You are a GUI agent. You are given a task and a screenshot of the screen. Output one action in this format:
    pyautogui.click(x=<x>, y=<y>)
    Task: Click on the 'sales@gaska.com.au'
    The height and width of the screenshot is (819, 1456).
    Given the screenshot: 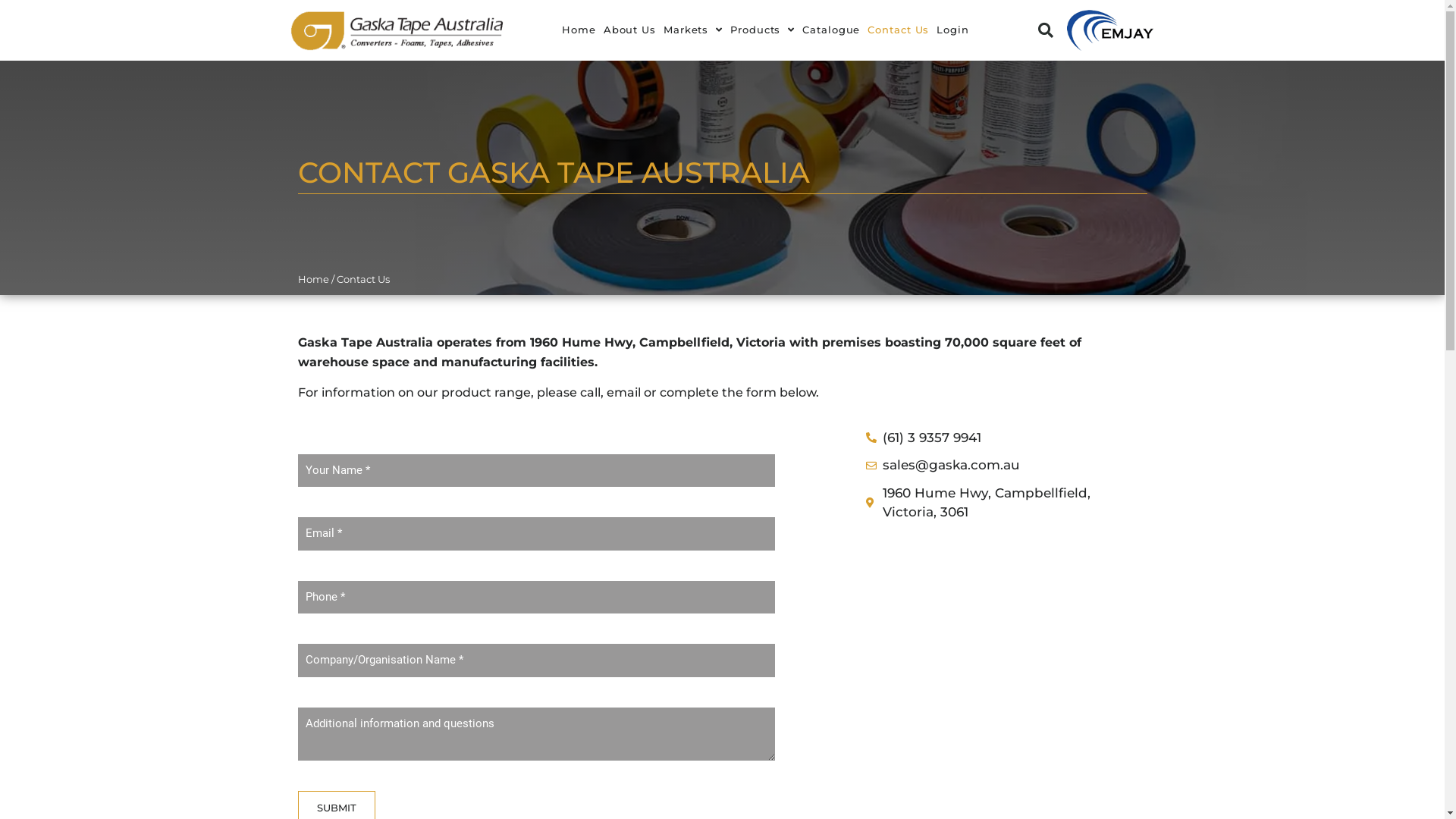 What is the action you would take?
    pyautogui.click(x=989, y=464)
    